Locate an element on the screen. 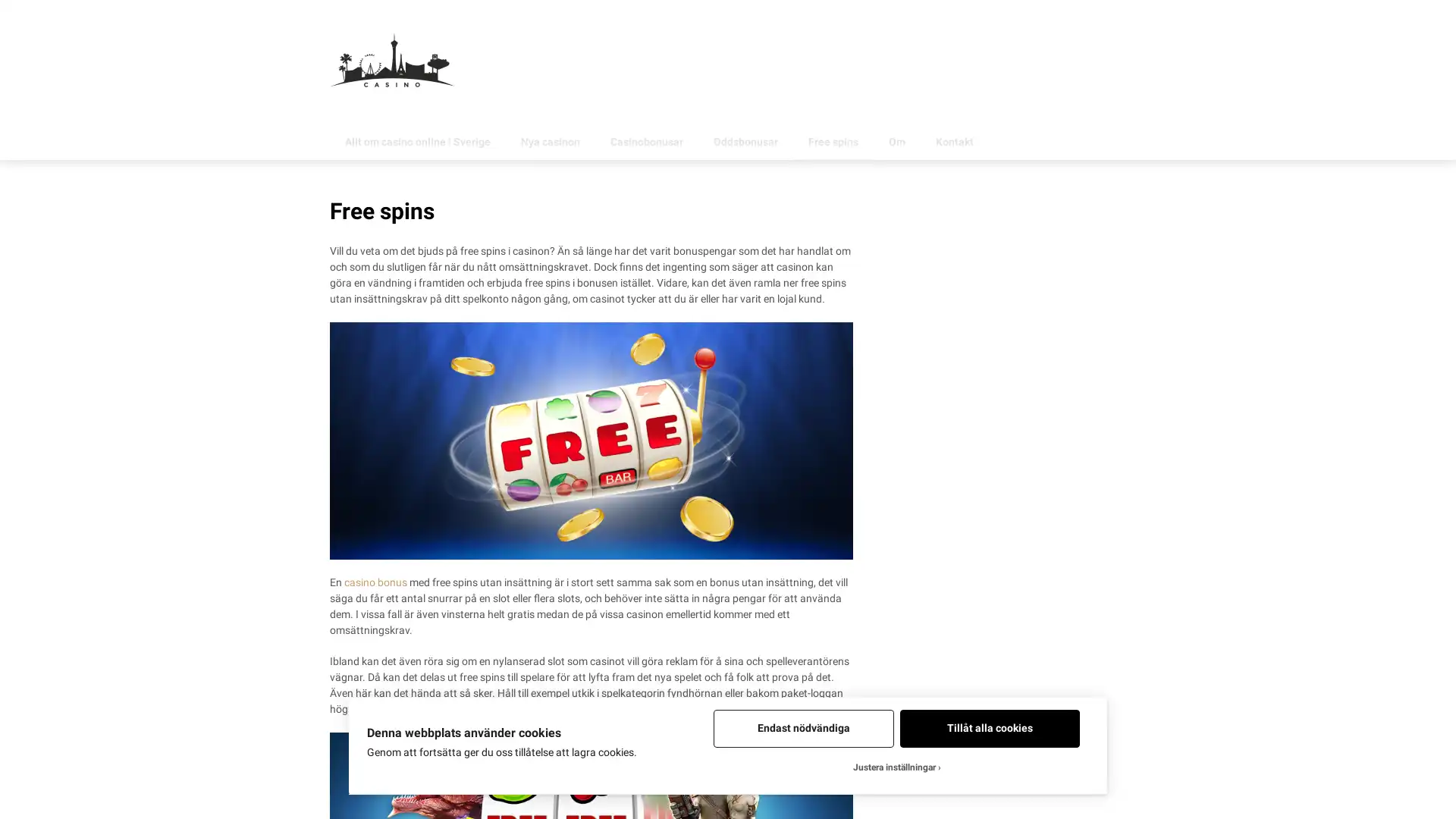 The height and width of the screenshot is (819, 1456). Tillat alla cookies is located at coordinates (990, 727).